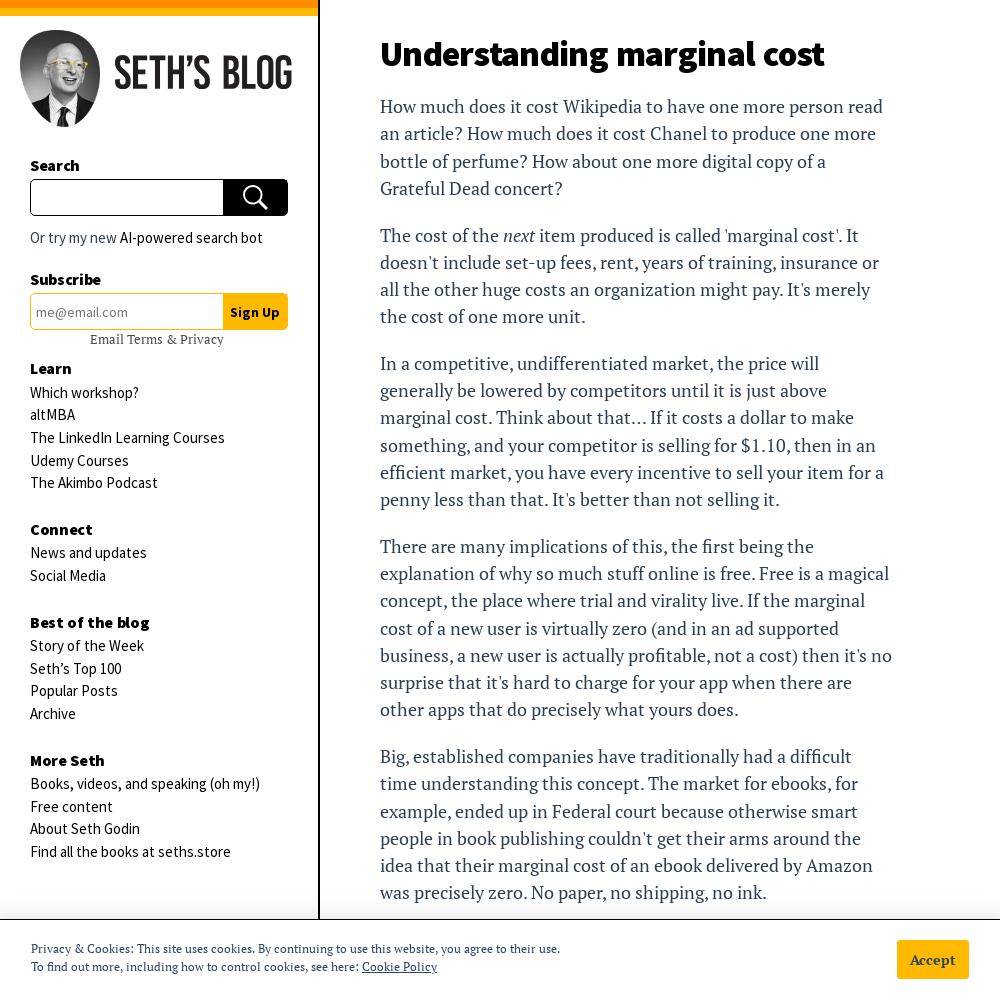 The height and width of the screenshot is (999, 1000). What do you see at coordinates (52, 413) in the screenshot?
I see `'altMBA'` at bounding box center [52, 413].